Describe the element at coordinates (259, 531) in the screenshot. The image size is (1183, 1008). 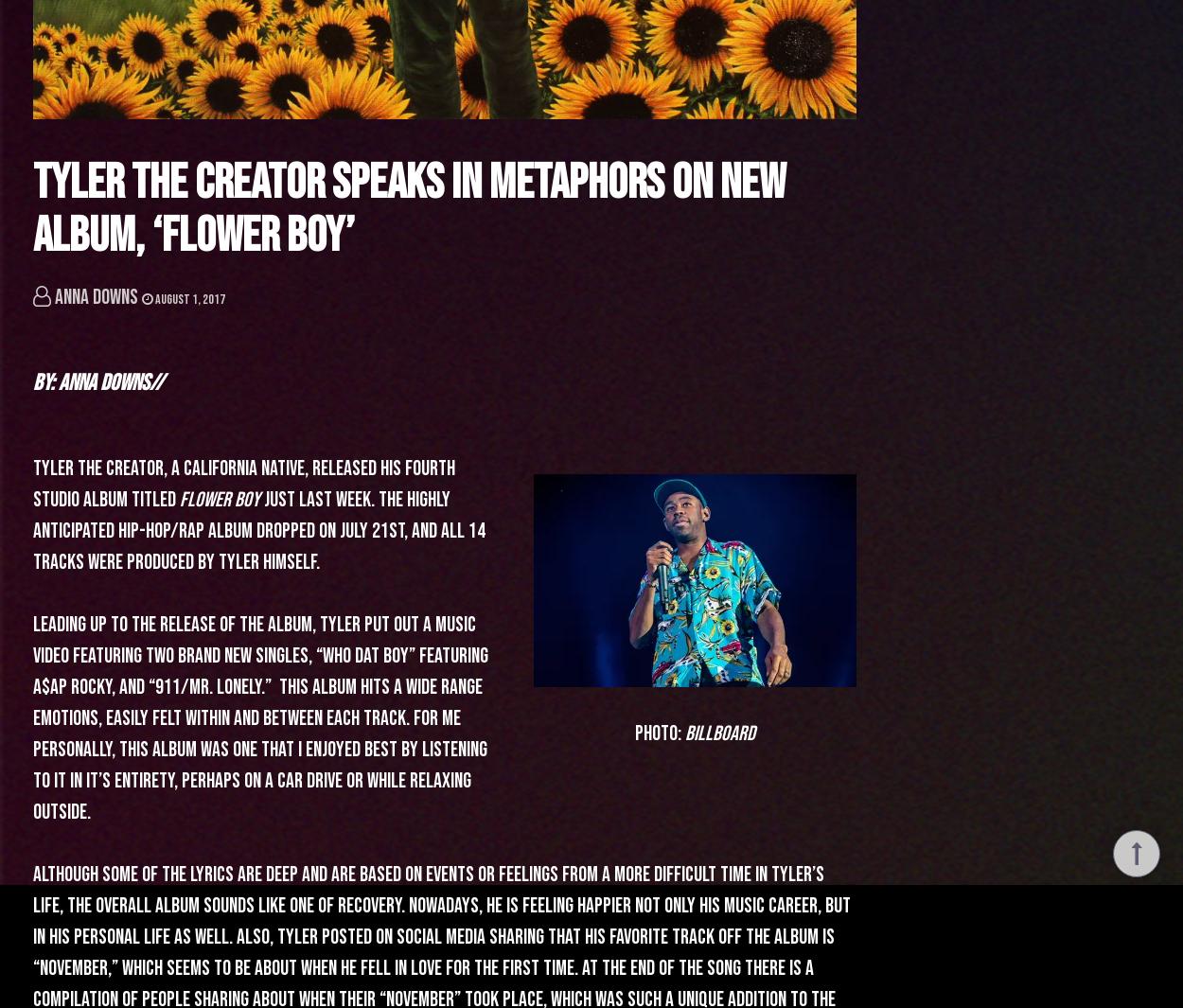
I see `'just last week. The highly anticipated hip-hop/rap album dropped on July 21st, and all 14 tracks were produced by Tyler himself.'` at that location.